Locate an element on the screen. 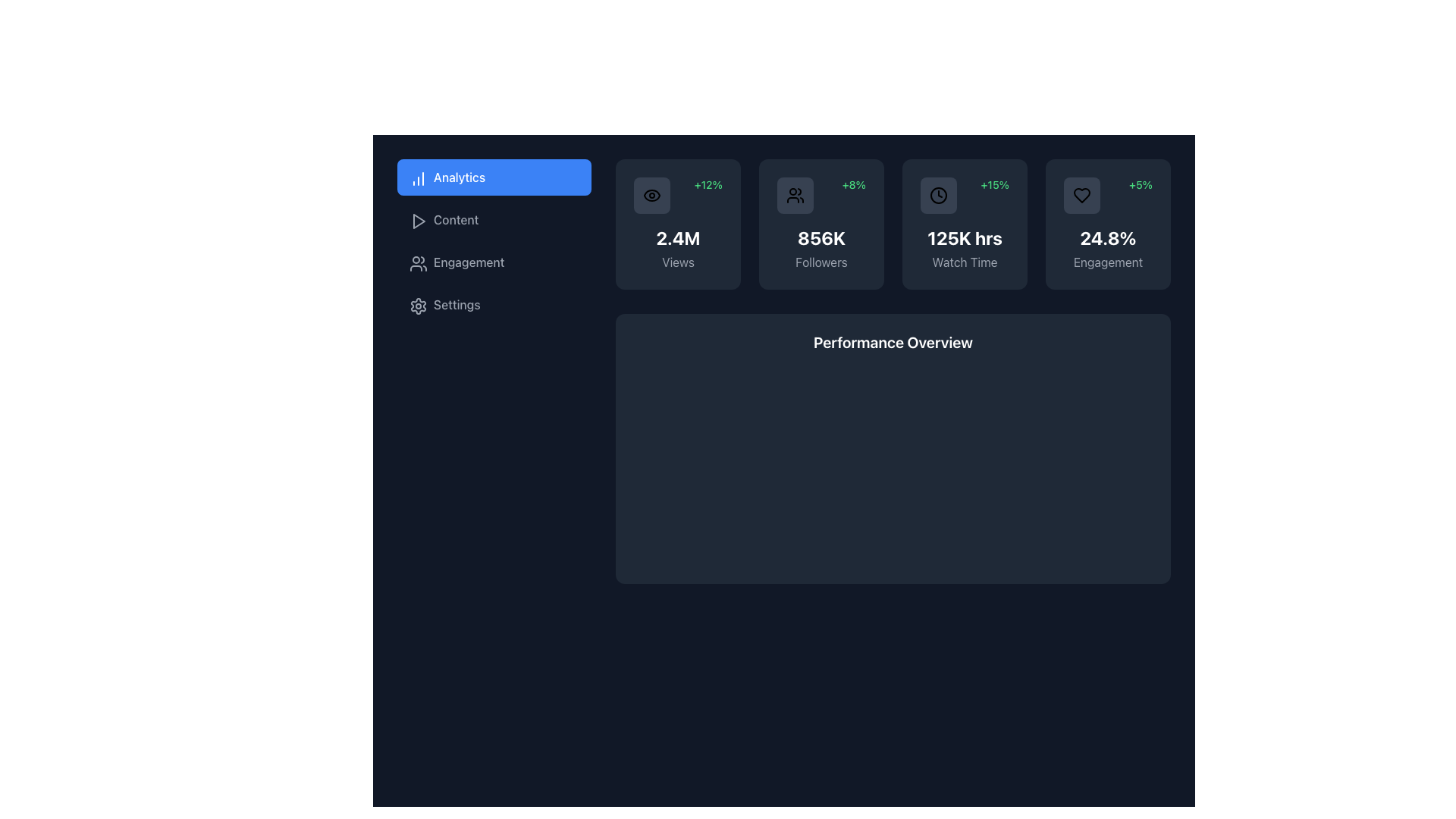  the eye icon represented by a graphical eye structure located in the top section of the user interface is located at coordinates (651, 195).